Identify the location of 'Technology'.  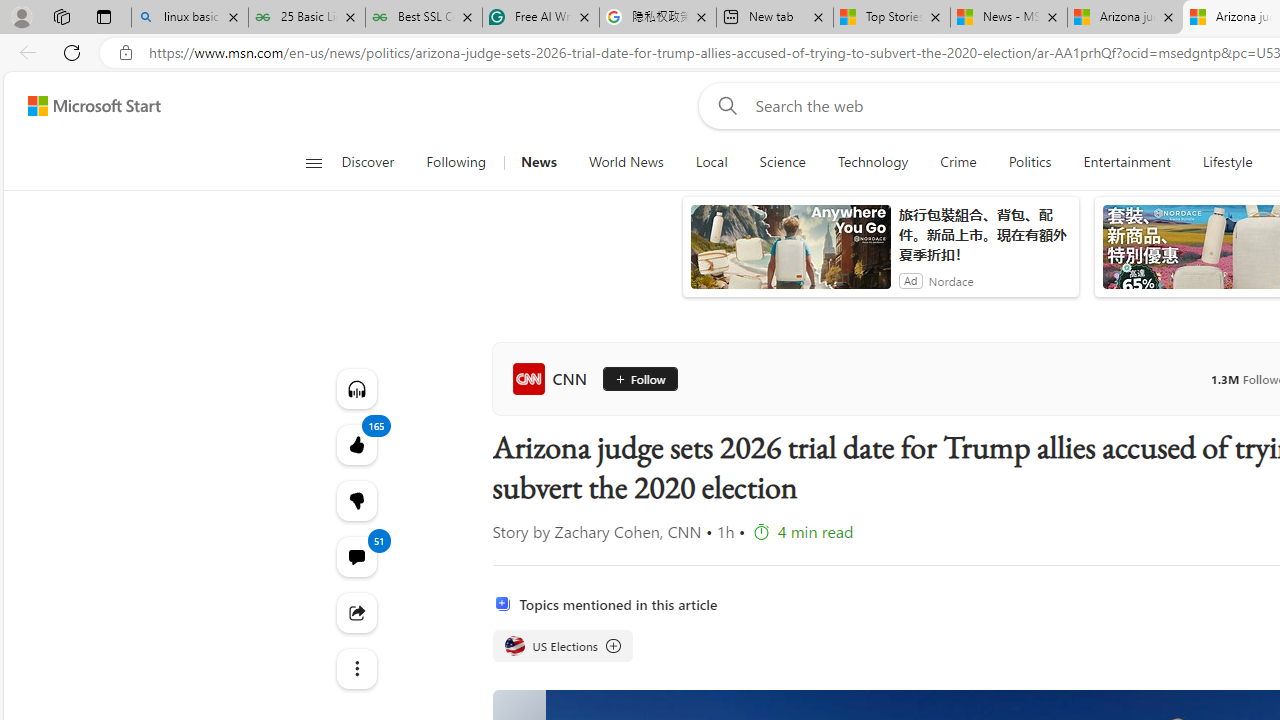
(872, 162).